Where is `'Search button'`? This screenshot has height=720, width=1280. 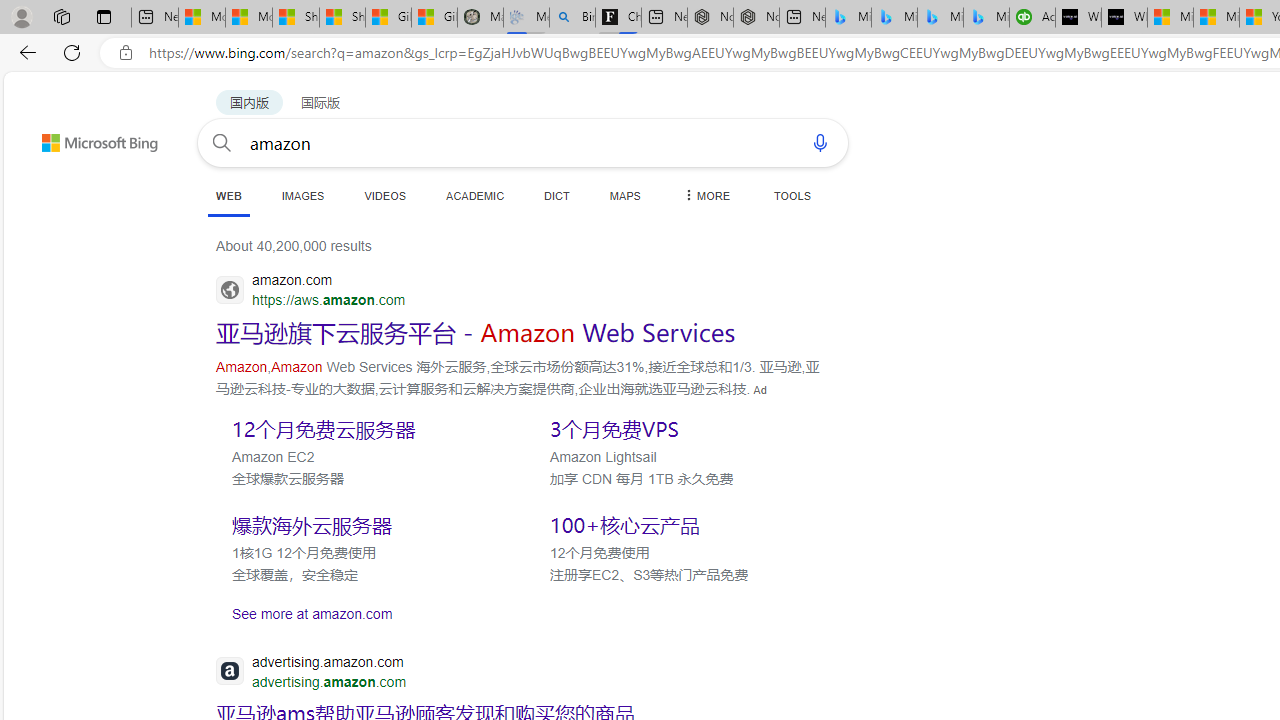
'Search button' is located at coordinates (222, 141).